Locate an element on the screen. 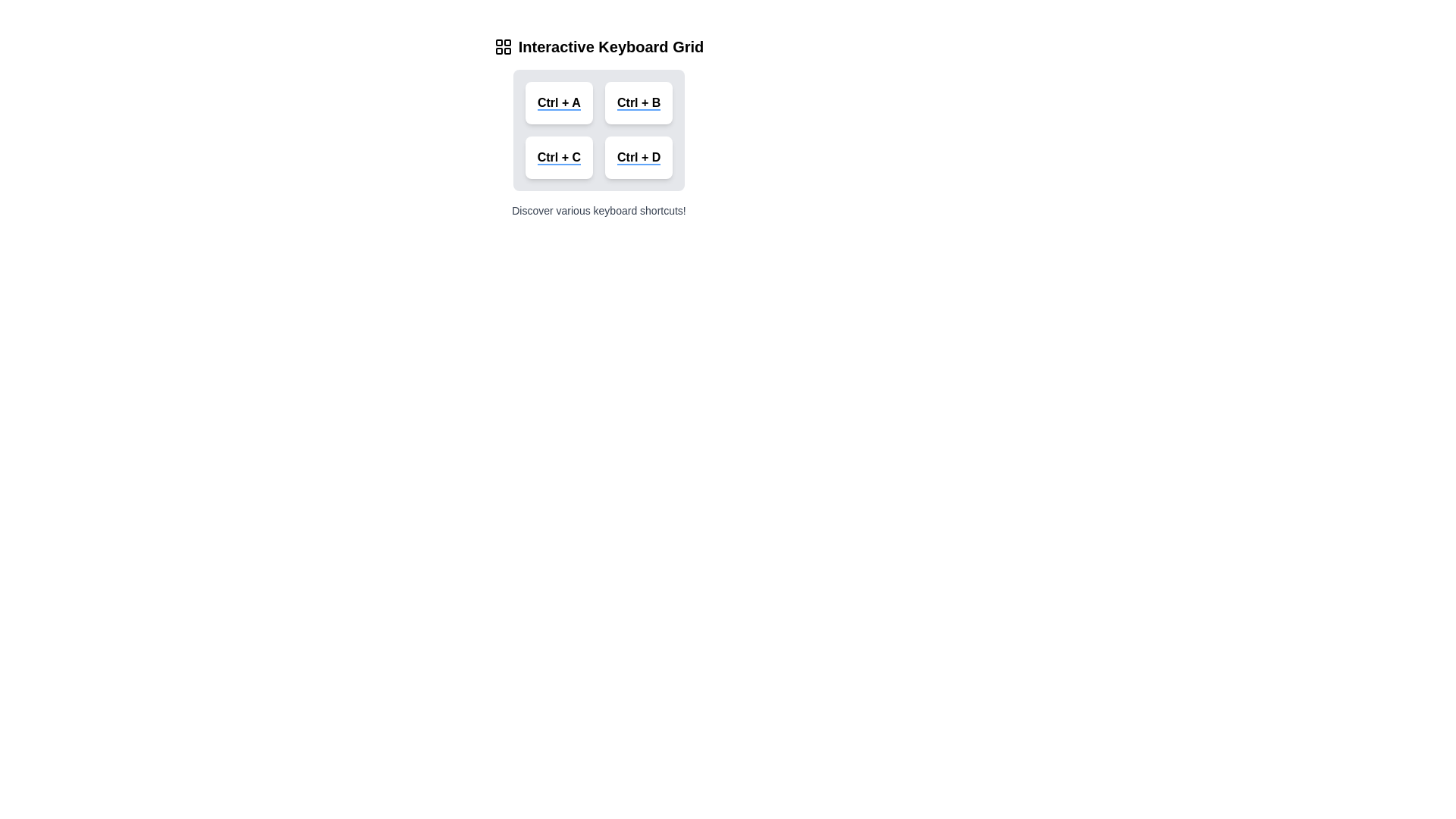 This screenshot has width=1456, height=819. informational text located at the bottom of the 'Interactive Keyboard Grid' section, which hints at the availability of keyboard shortcuts is located at coordinates (598, 210).